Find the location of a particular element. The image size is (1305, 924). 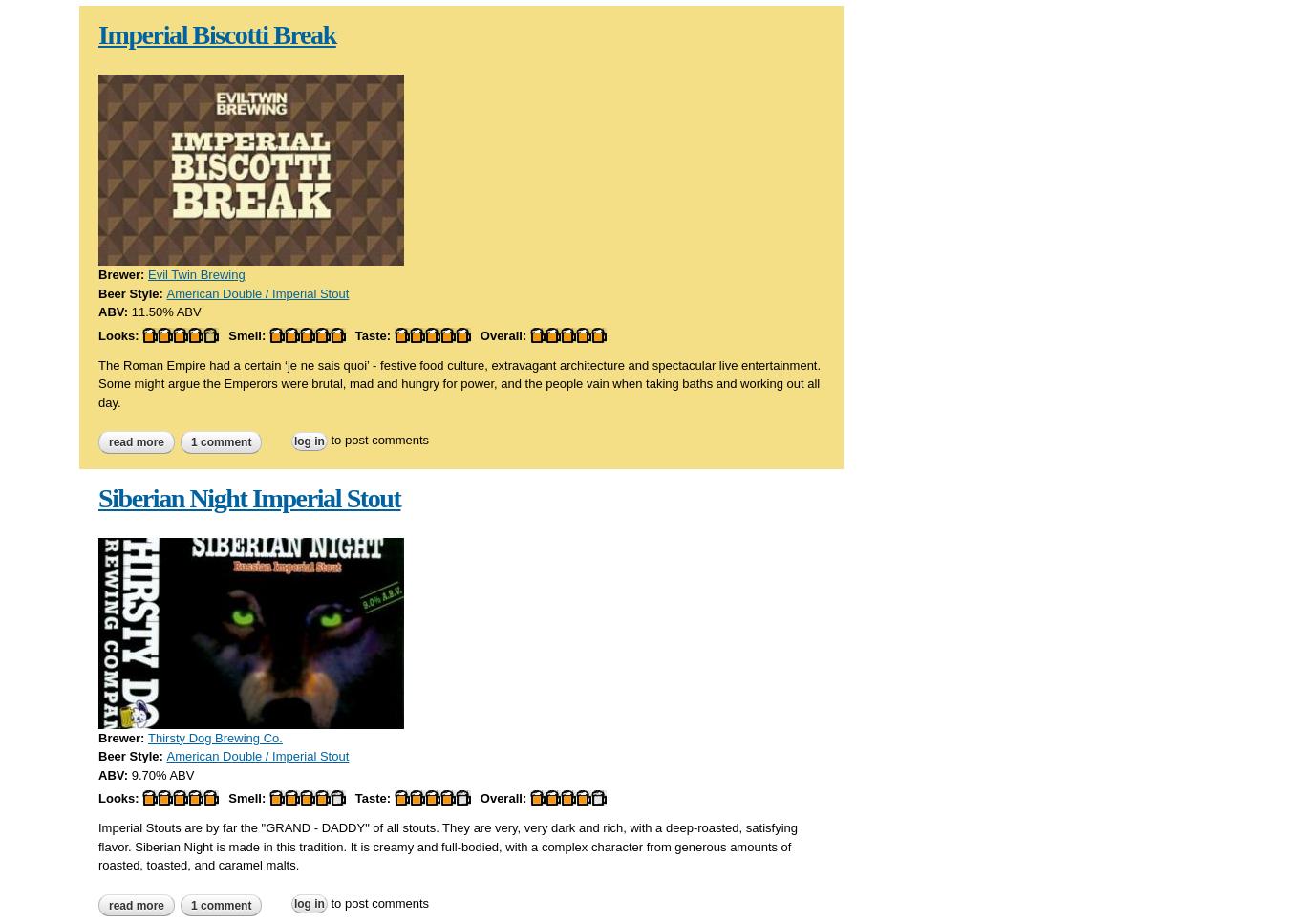

'9.70% ABV' is located at coordinates (161, 773).